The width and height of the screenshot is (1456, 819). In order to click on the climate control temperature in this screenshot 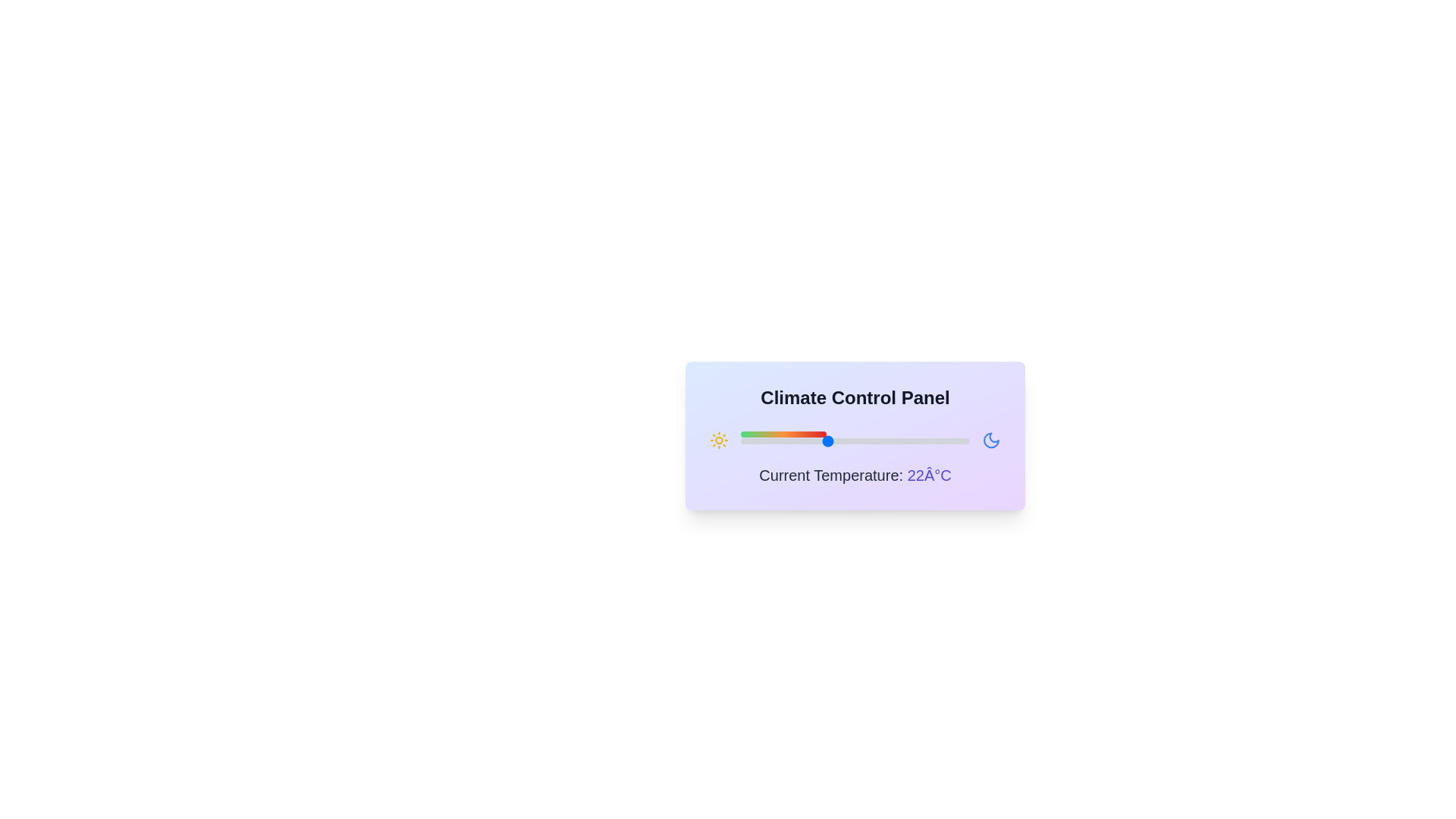, I will do `click(926, 441)`.